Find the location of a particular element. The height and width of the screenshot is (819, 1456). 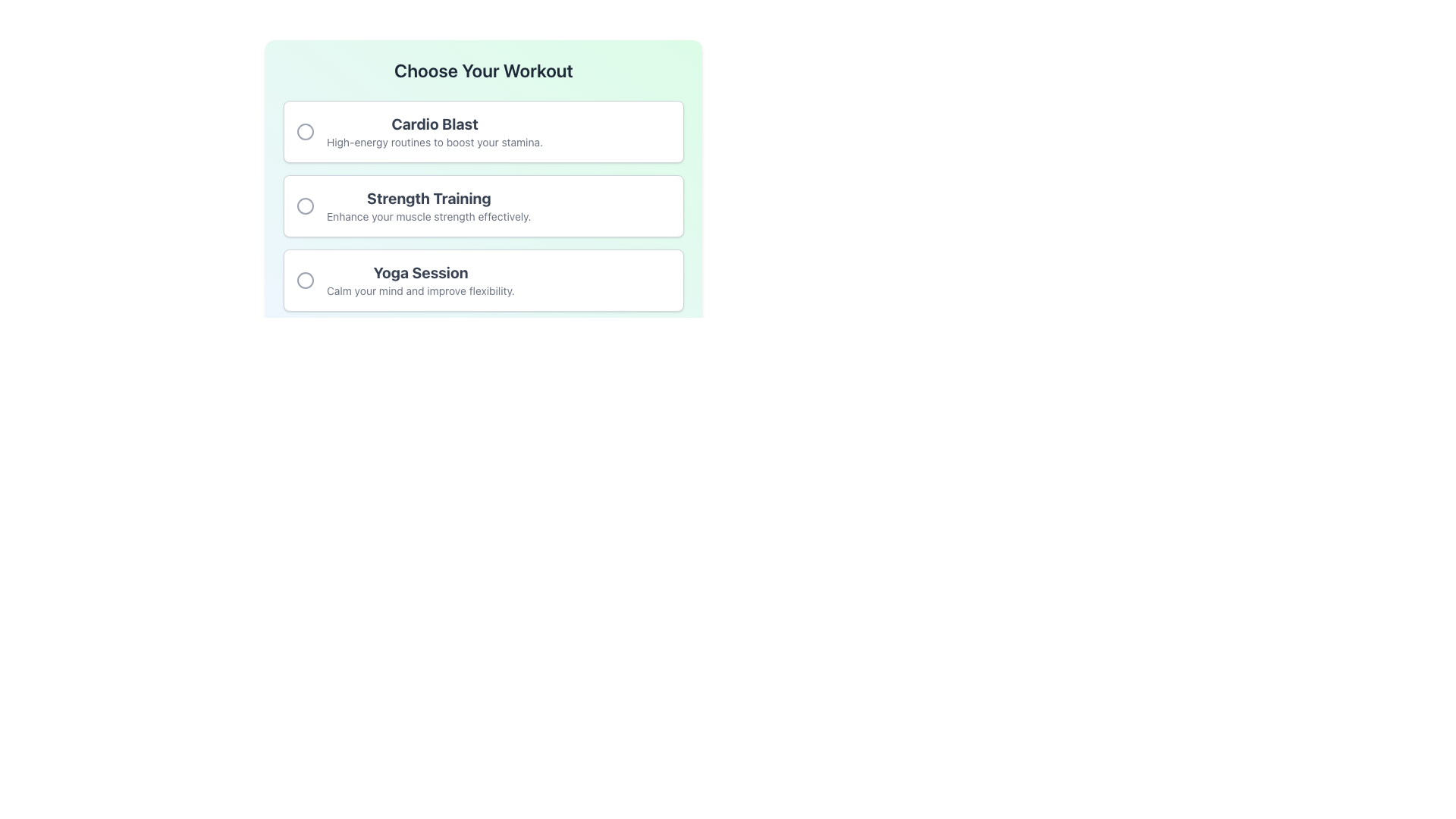

the Circular Indicator located at the top-left corner of the 'Cardio Blast' card is located at coordinates (305, 130).